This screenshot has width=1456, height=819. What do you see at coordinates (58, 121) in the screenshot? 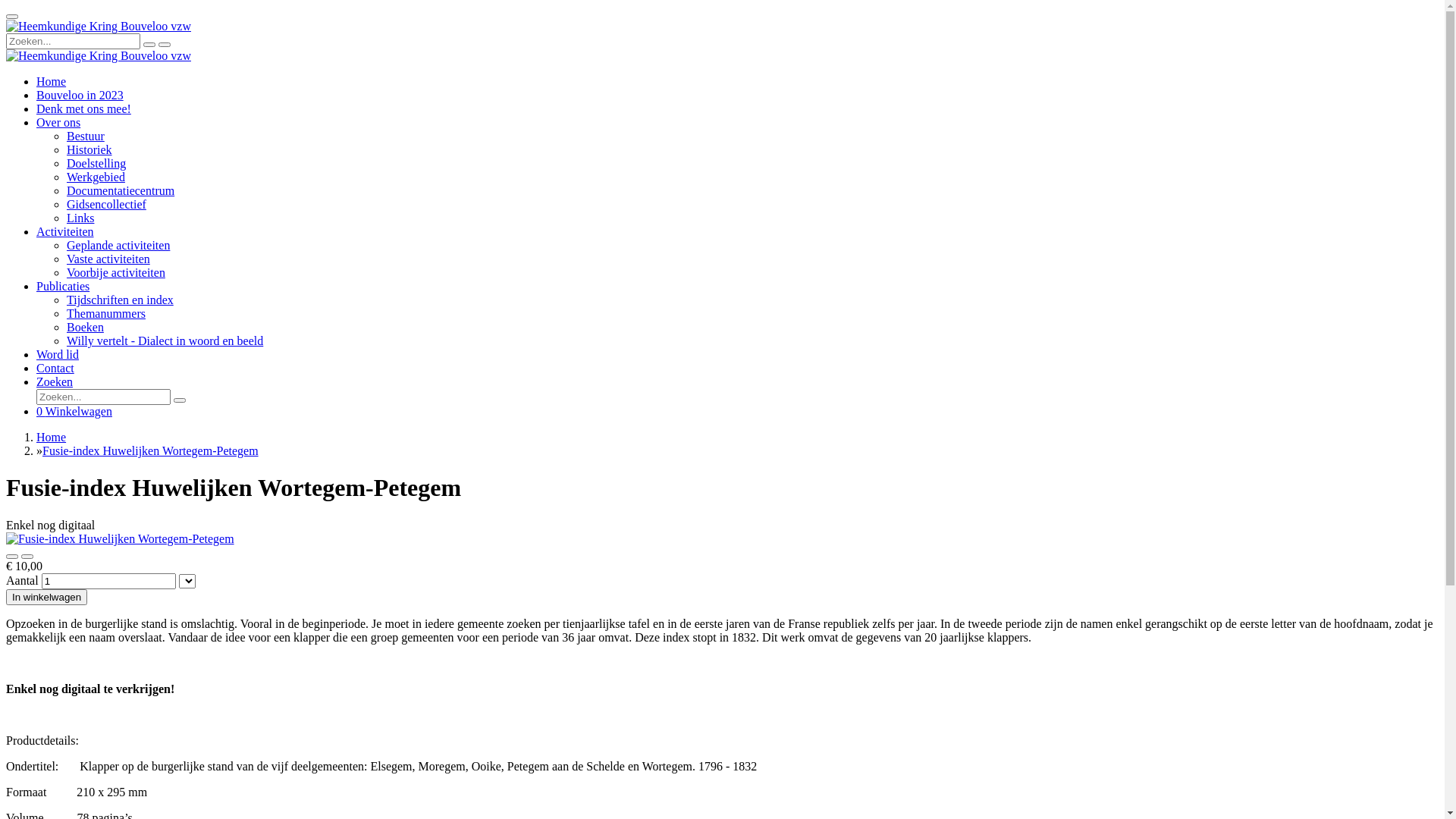
I see `'Over ons'` at bounding box center [58, 121].